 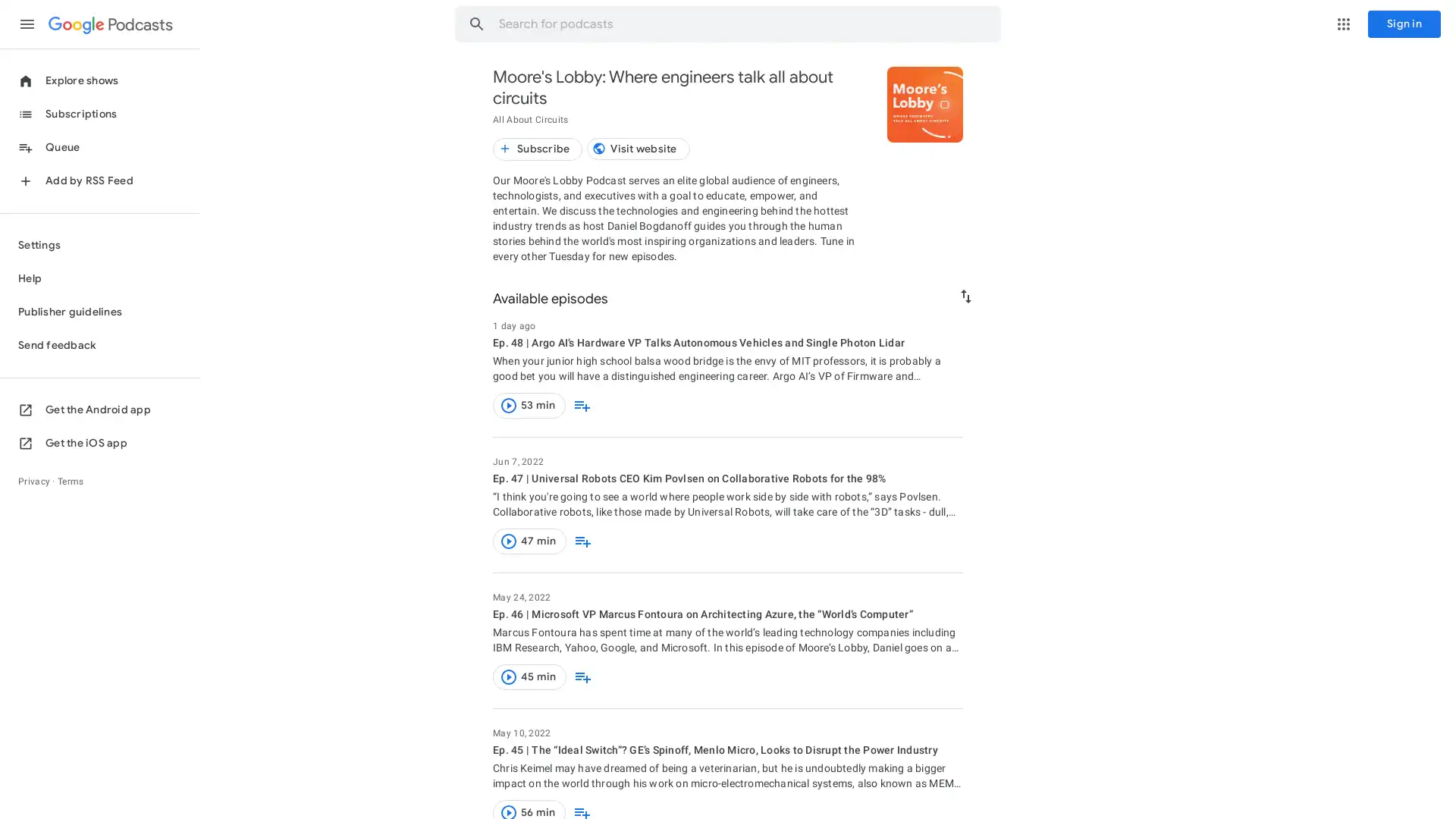 What do you see at coordinates (27, 24) in the screenshot?
I see `Main menu` at bounding box center [27, 24].